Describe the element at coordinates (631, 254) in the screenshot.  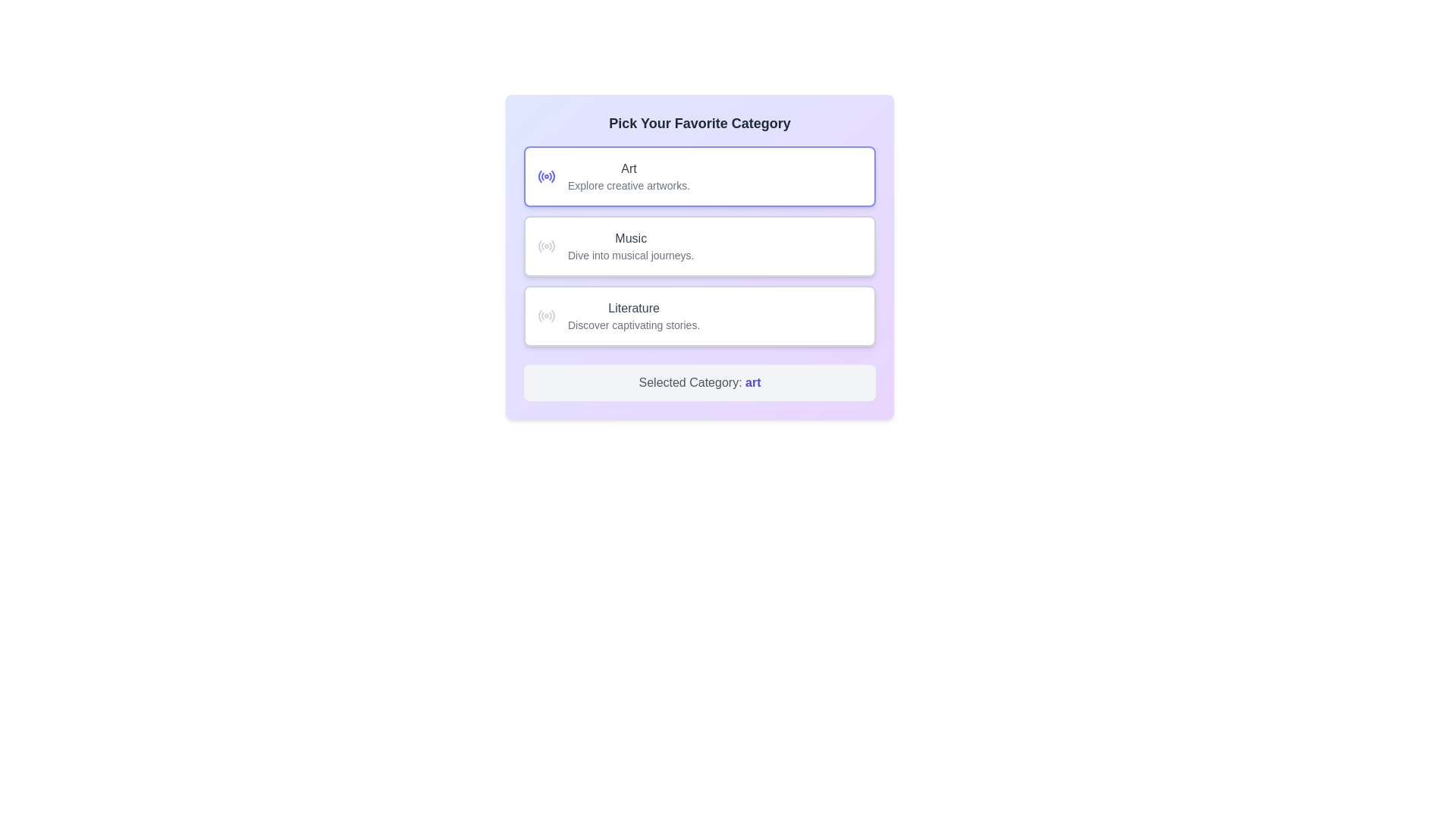
I see `the static text label that displays 'Dive into musical journeys.' which is positioned below the 'Music' heading in the second option box of the categories list` at that location.